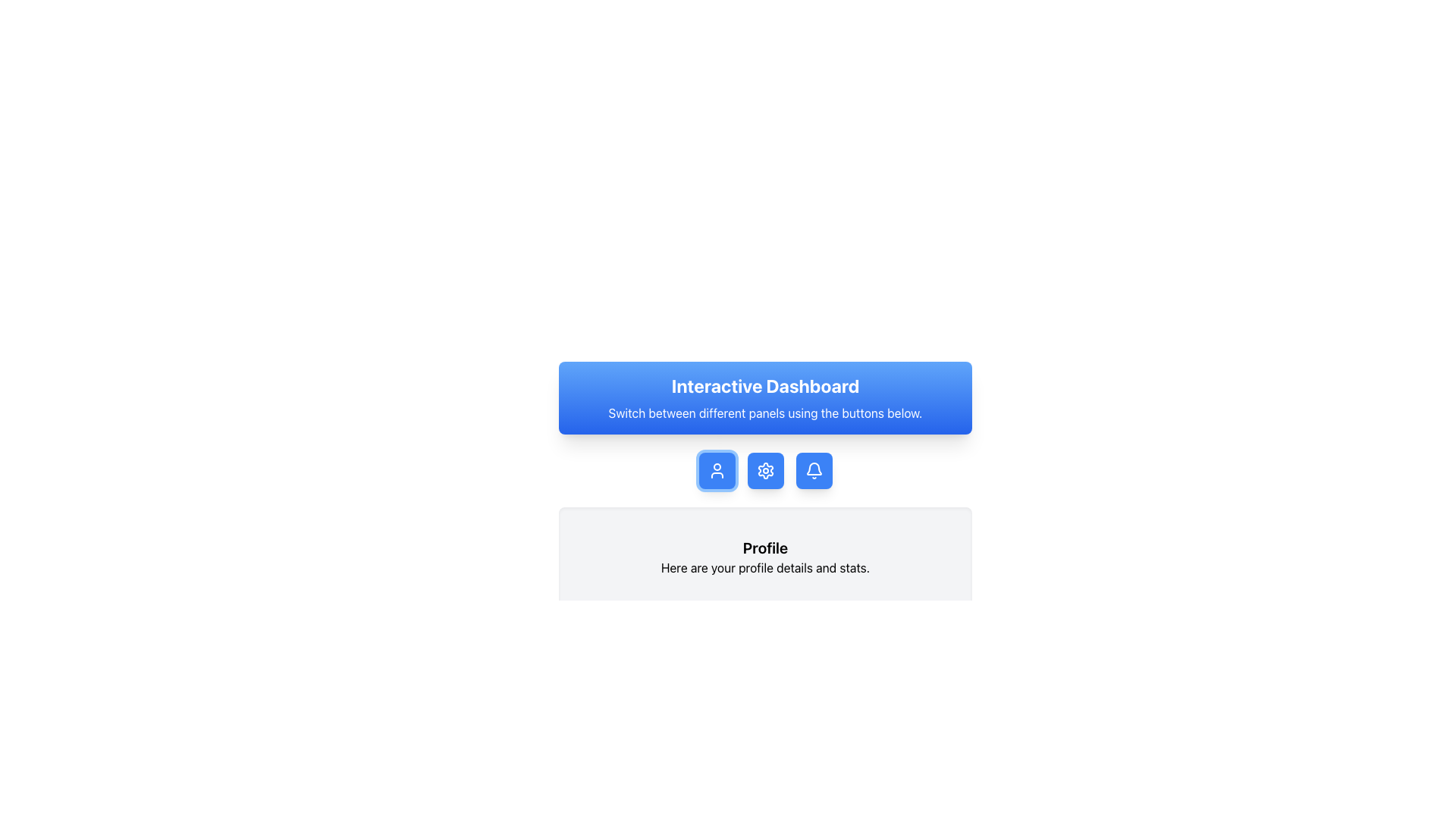  What do you see at coordinates (716, 470) in the screenshot?
I see `the blue rounded button with a white user icon, located below the 'Interactive Dashboard' header` at bounding box center [716, 470].